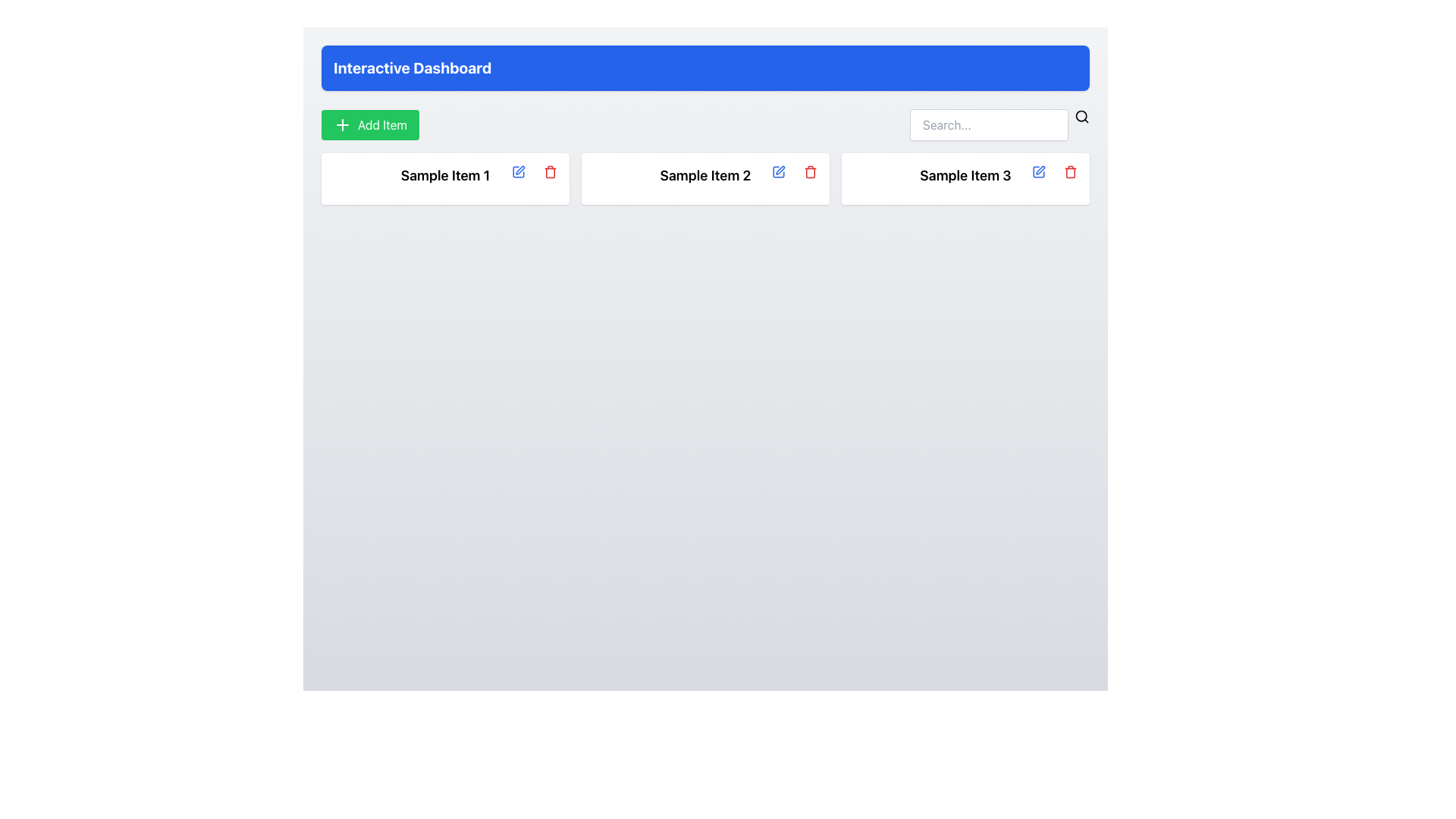  Describe the element at coordinates (549, 171) in the screenshot. I see `the red trash can icon button located at the top-right of the 'Sample Item 1' card` at that location.